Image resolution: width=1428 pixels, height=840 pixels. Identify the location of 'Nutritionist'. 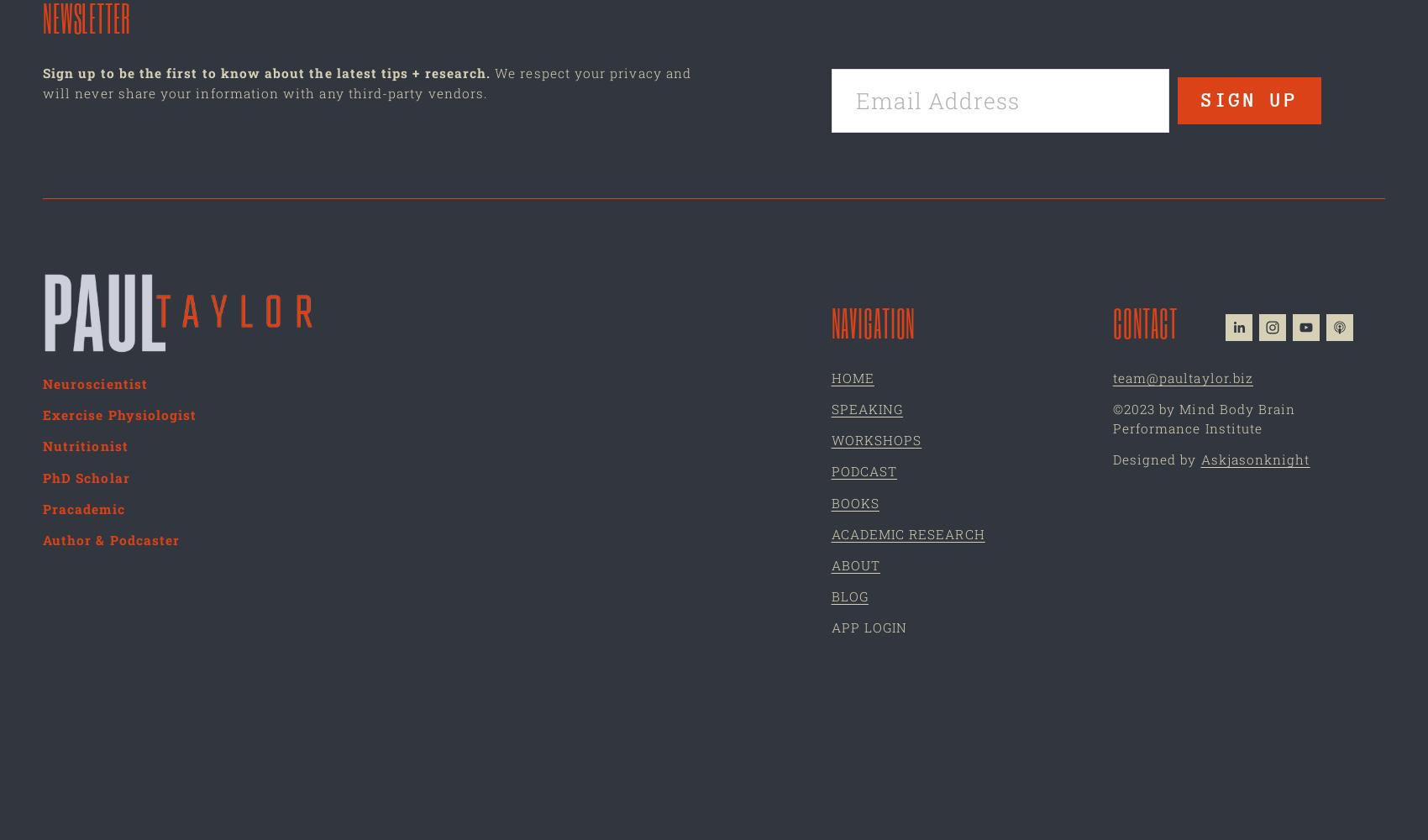
(43, 446).